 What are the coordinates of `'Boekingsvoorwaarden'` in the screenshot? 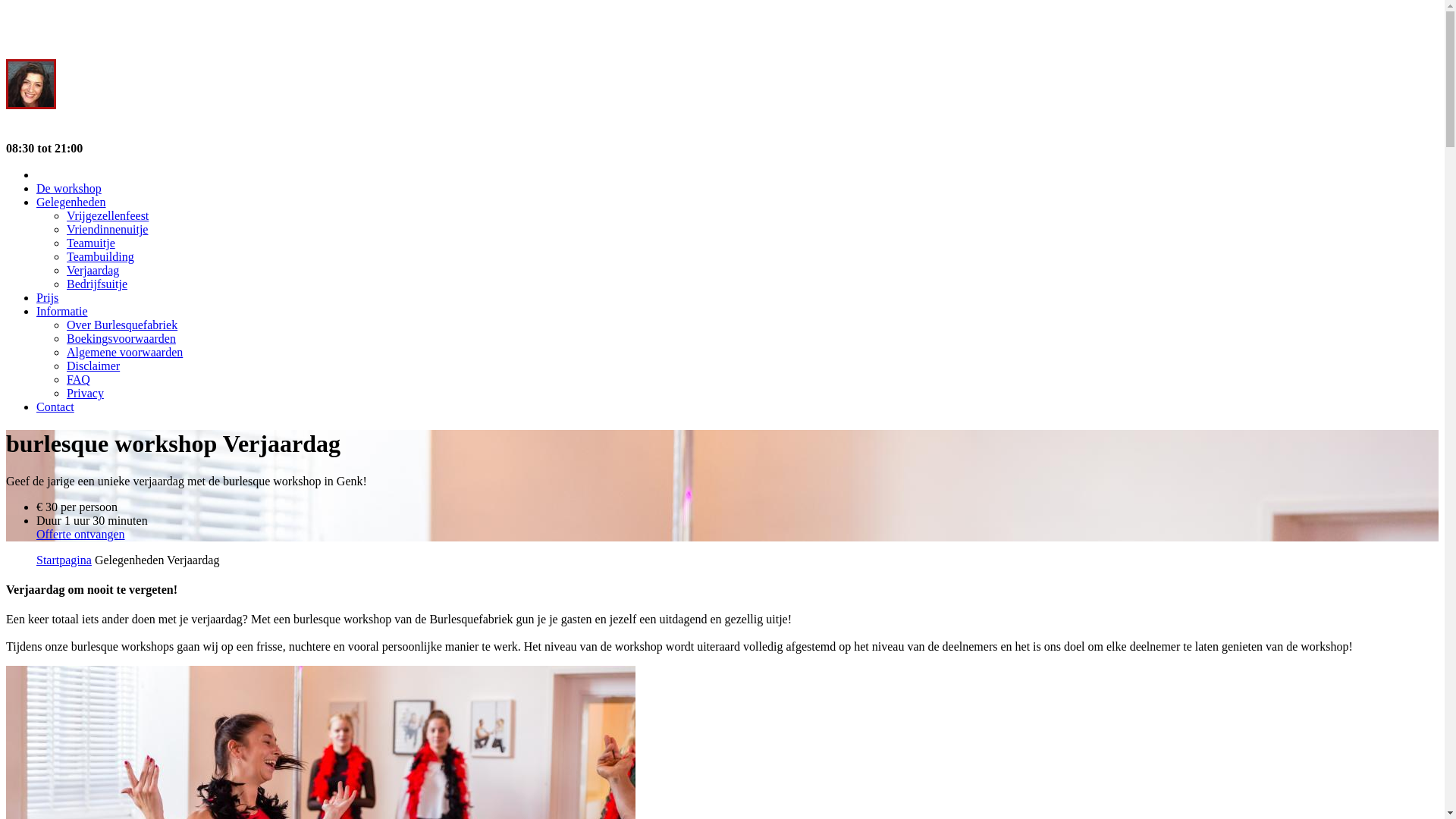 It's located at (65, 337).